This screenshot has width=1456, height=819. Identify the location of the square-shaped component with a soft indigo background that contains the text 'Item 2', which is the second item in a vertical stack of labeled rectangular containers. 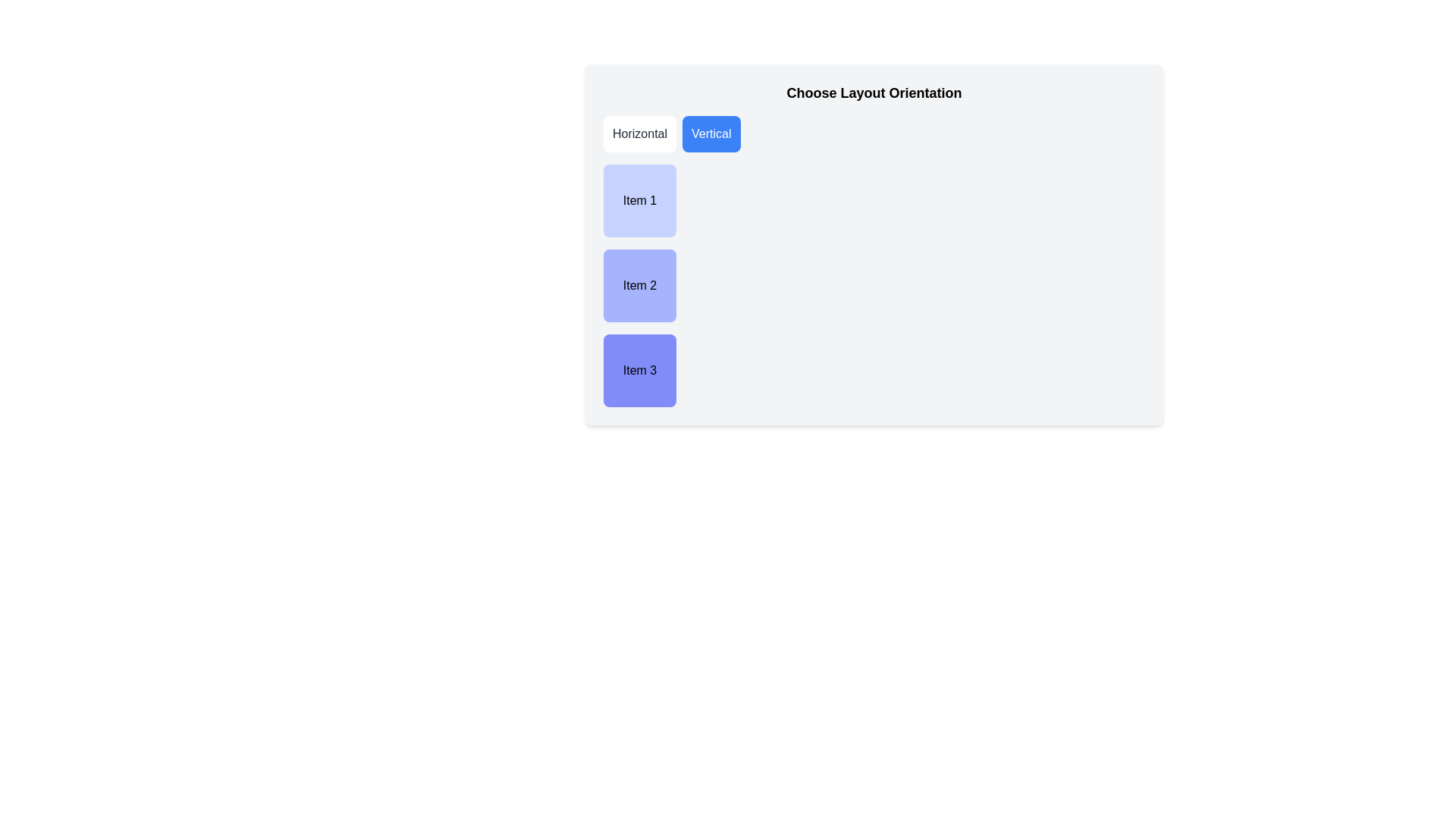
(640, 286).